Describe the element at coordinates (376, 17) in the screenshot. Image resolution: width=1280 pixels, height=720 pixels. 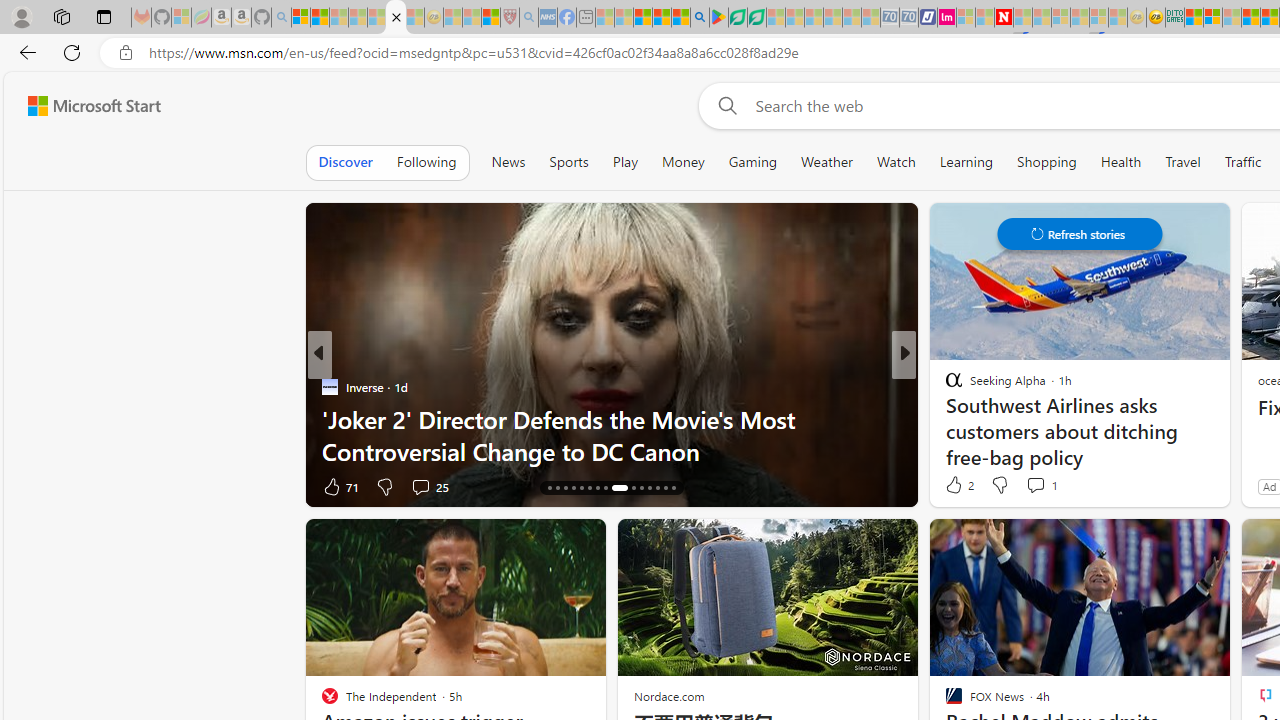
I see `'New Report Confirms 2023 Was Record Hot | Watch - Sleeping'` at that location.